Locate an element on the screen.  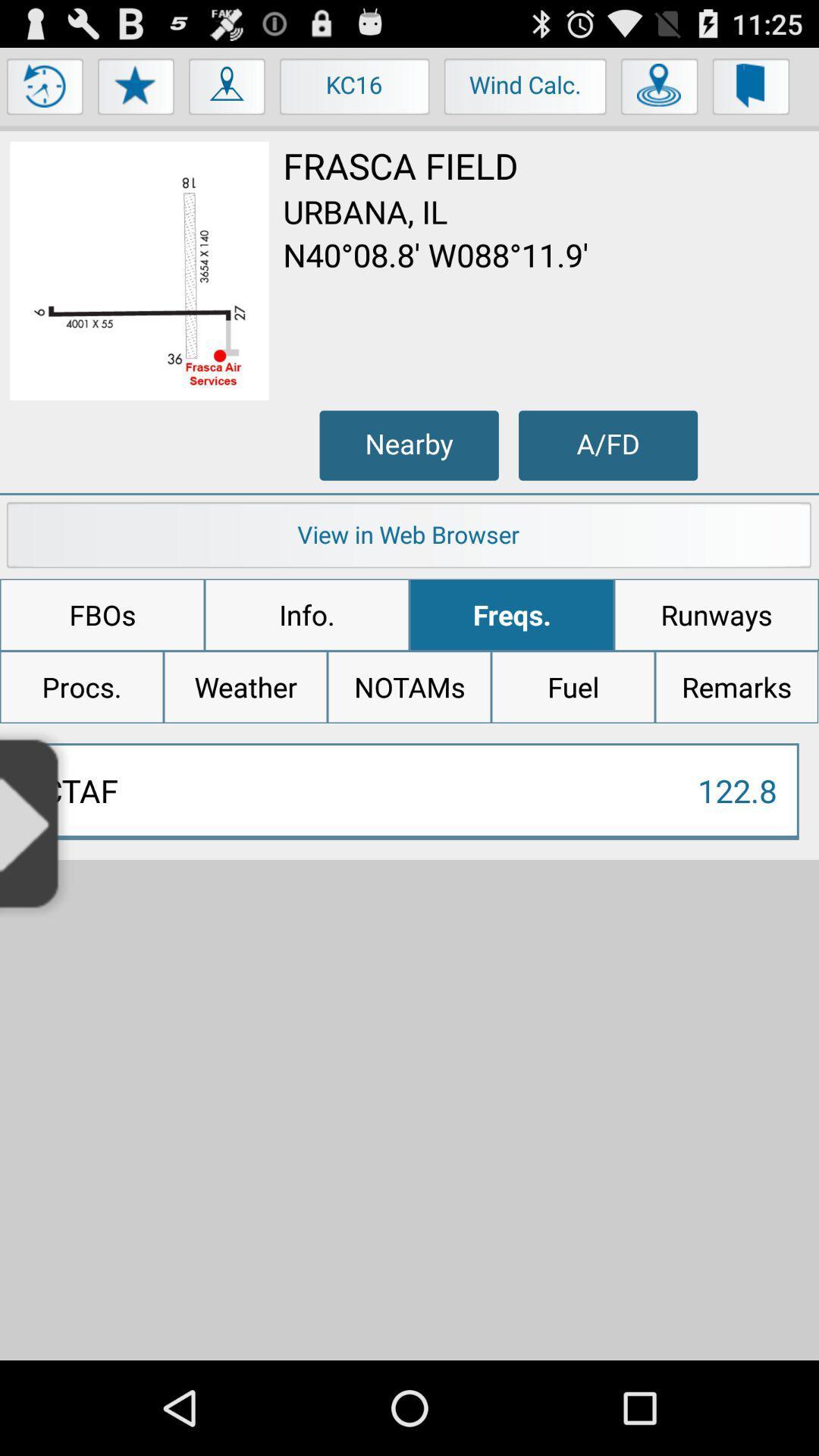
tap for map is located at coordinates (227, 89).